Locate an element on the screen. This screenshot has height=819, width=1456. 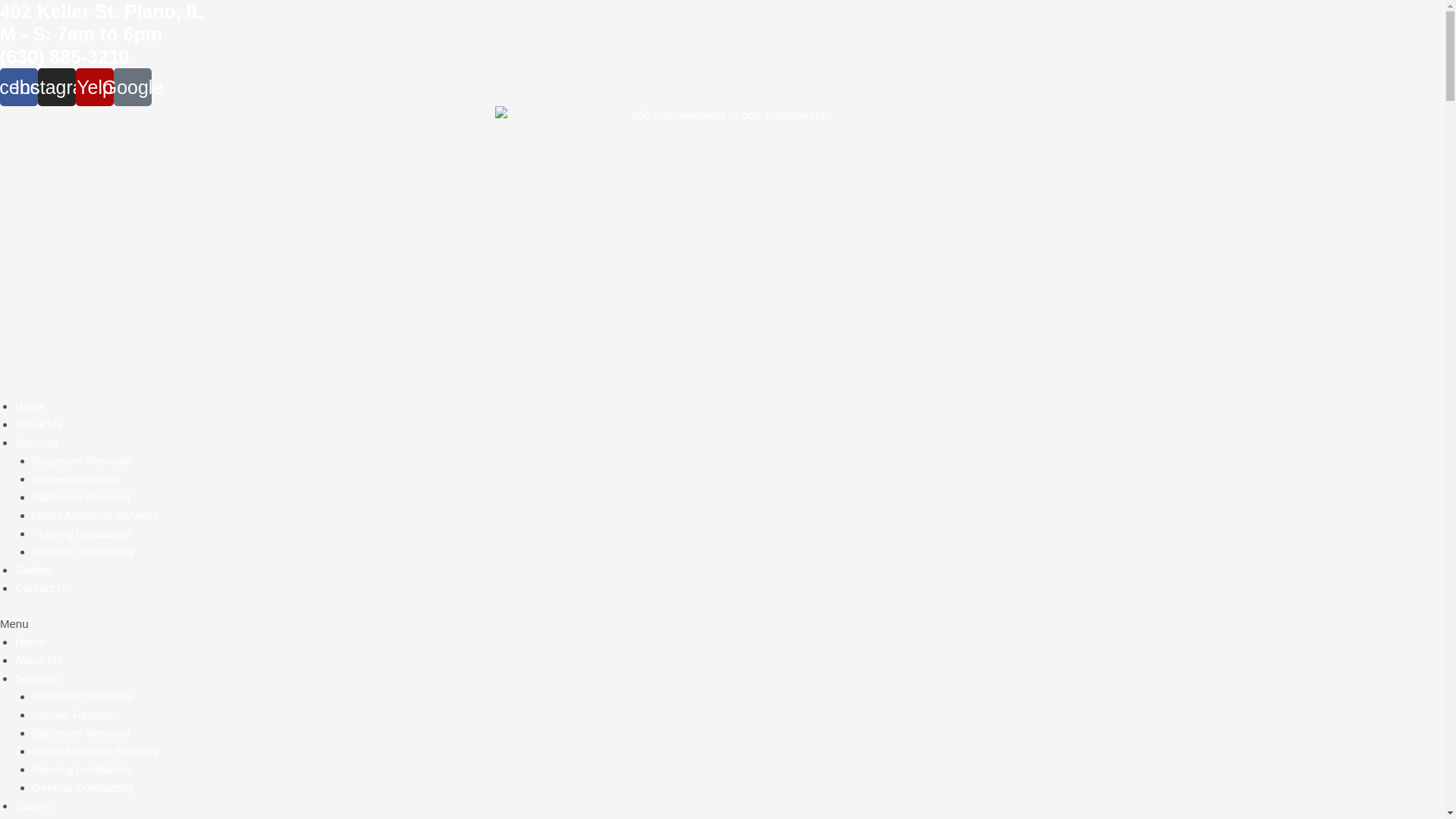
'Kitchen Remodel' is located at coordinates (74, 714).